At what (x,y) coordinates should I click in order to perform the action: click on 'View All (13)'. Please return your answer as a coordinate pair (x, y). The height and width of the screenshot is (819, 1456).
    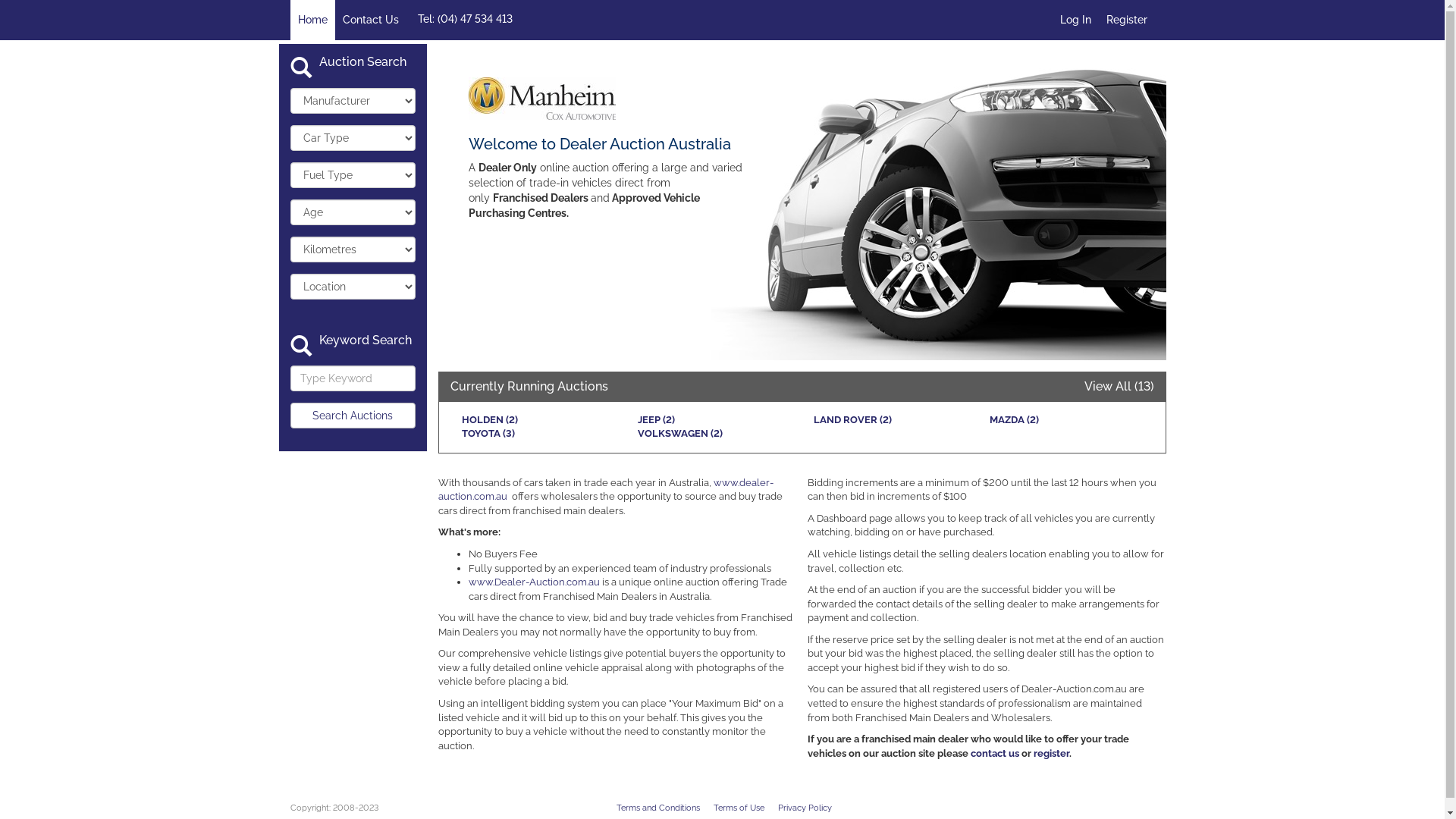
    Looking at the image, I should click on (1119, 385).